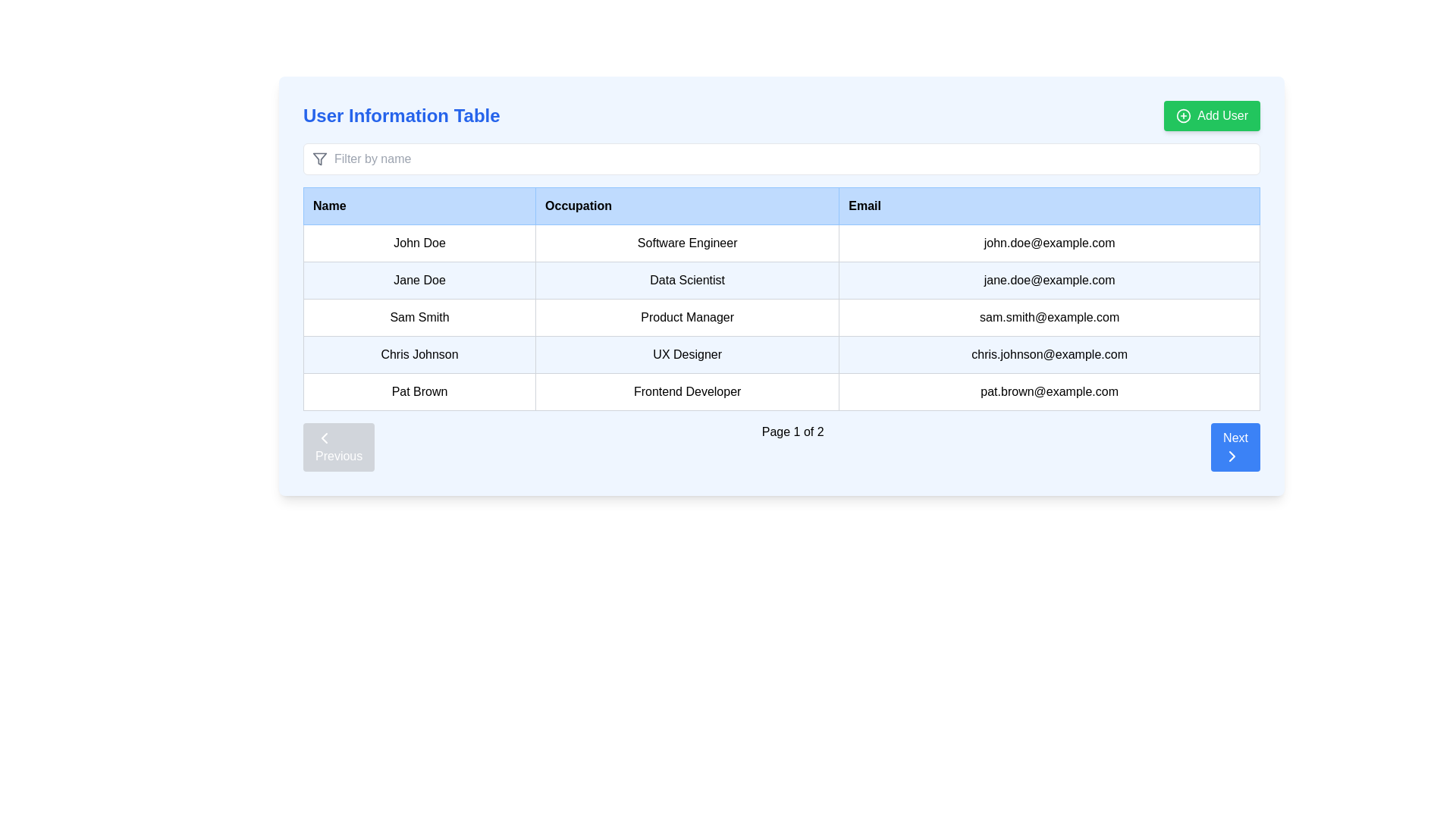 This screenshot has width=1456, height=819. Describe the element at coordinates (1232, 455) in the screenshot. I see `the navigation icon located at the bottom-right corner of the interface within the 'Next' button` at that location.